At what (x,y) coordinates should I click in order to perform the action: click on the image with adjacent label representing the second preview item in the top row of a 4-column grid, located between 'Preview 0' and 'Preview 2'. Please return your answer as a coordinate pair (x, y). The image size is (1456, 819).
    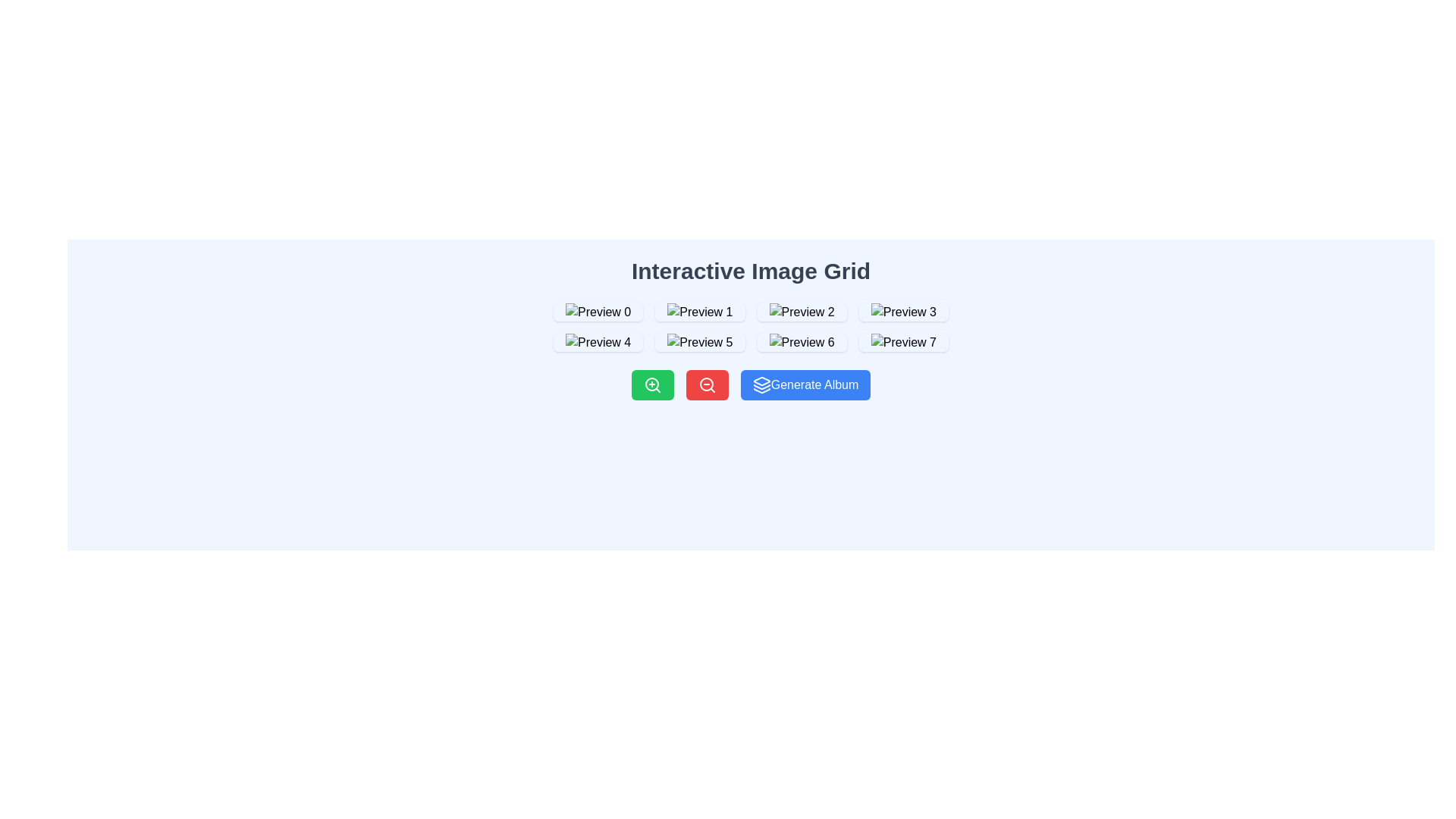
    Looking at the image, I should click on (699, 312).